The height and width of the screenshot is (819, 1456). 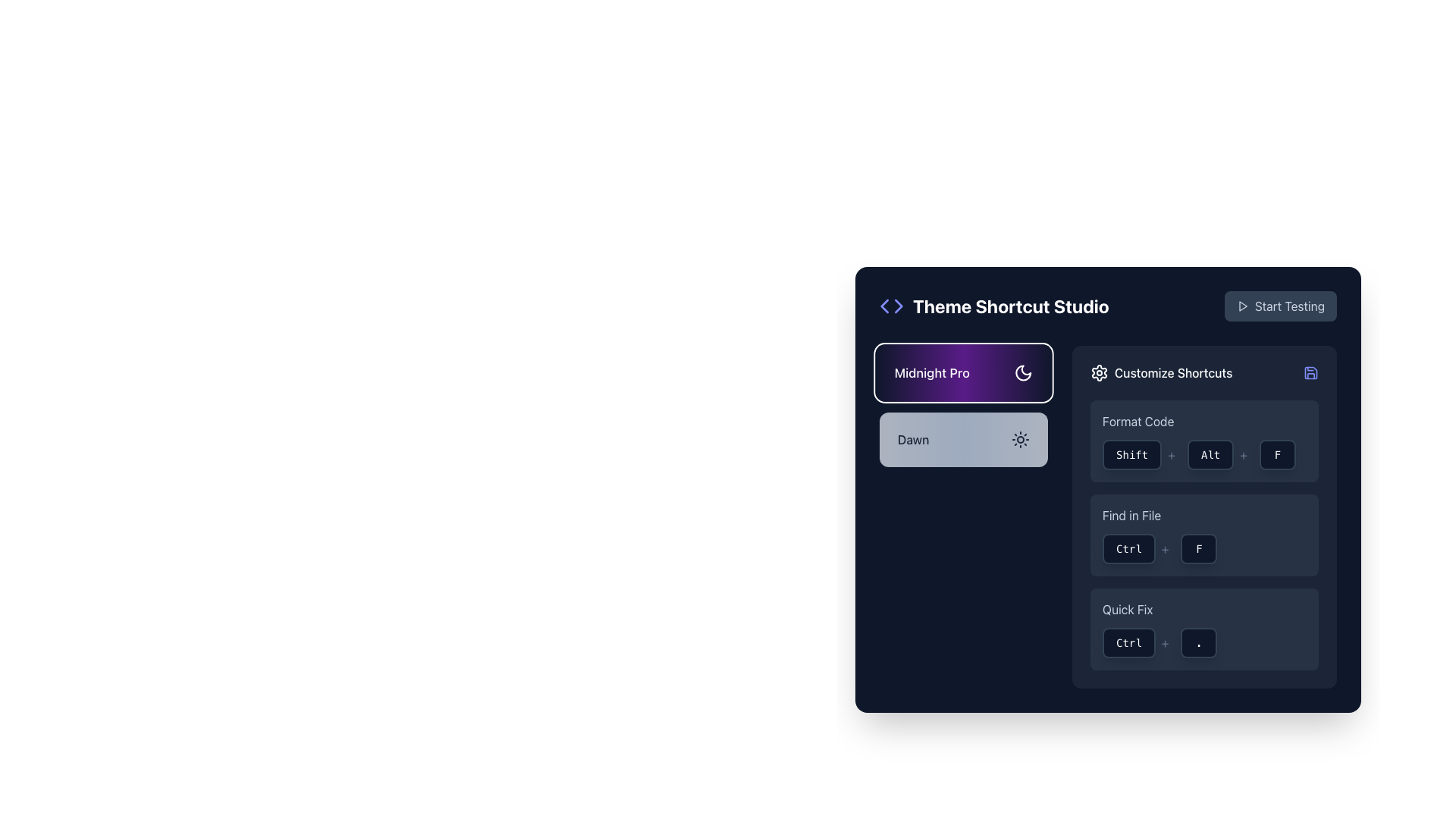 What do you see at coordinates (1131, 514) in the screenshot?
I see `the 'Find in File' text label, which is styled in slate grey and is positioned between 'Format Code' and 'Quick Fix' in the 'Customize Shortcuts' section` at bounding box center [1131, 514].